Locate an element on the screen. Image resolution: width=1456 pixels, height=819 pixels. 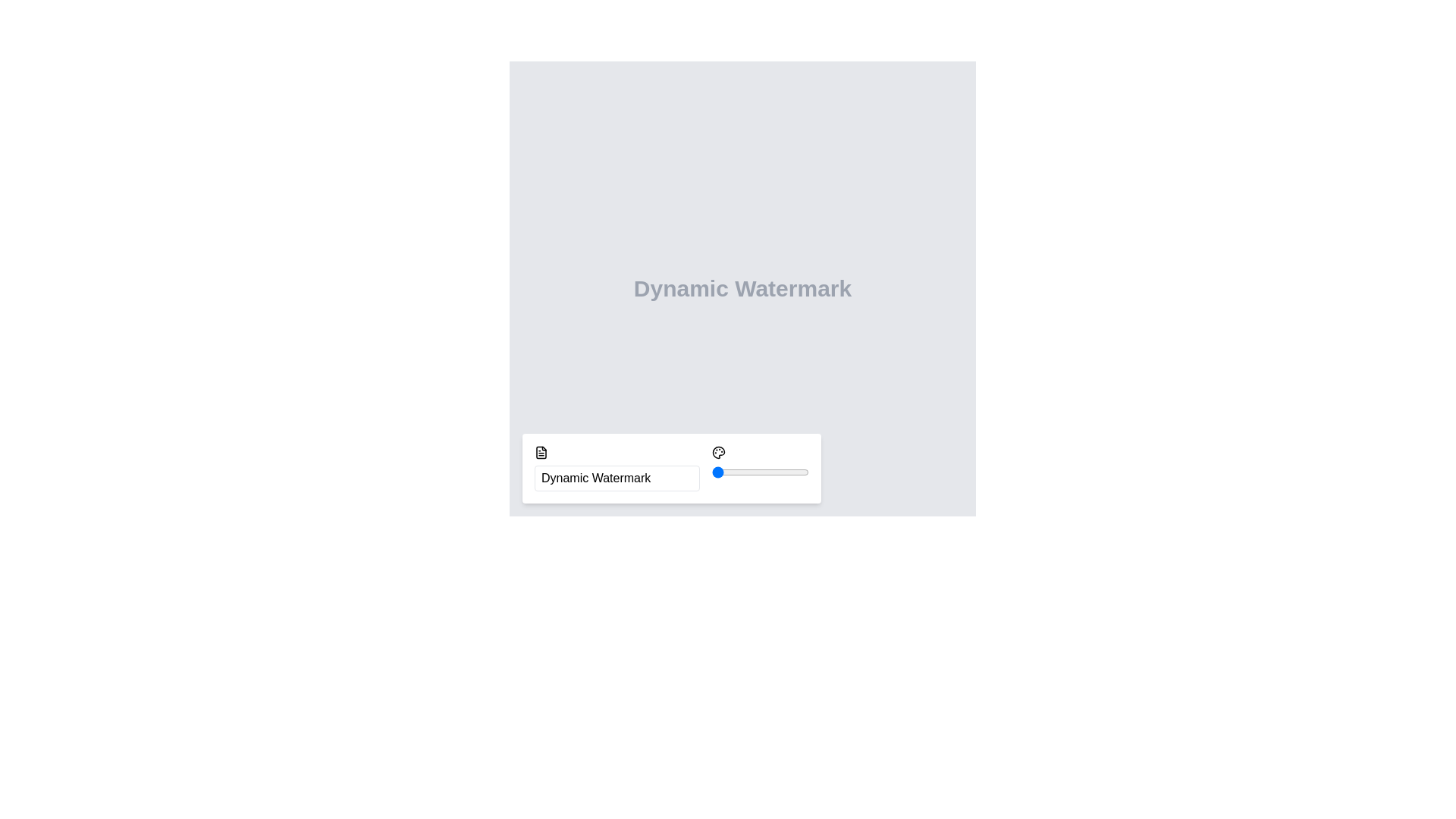
rotation angle is located at coordinates (761, 472).